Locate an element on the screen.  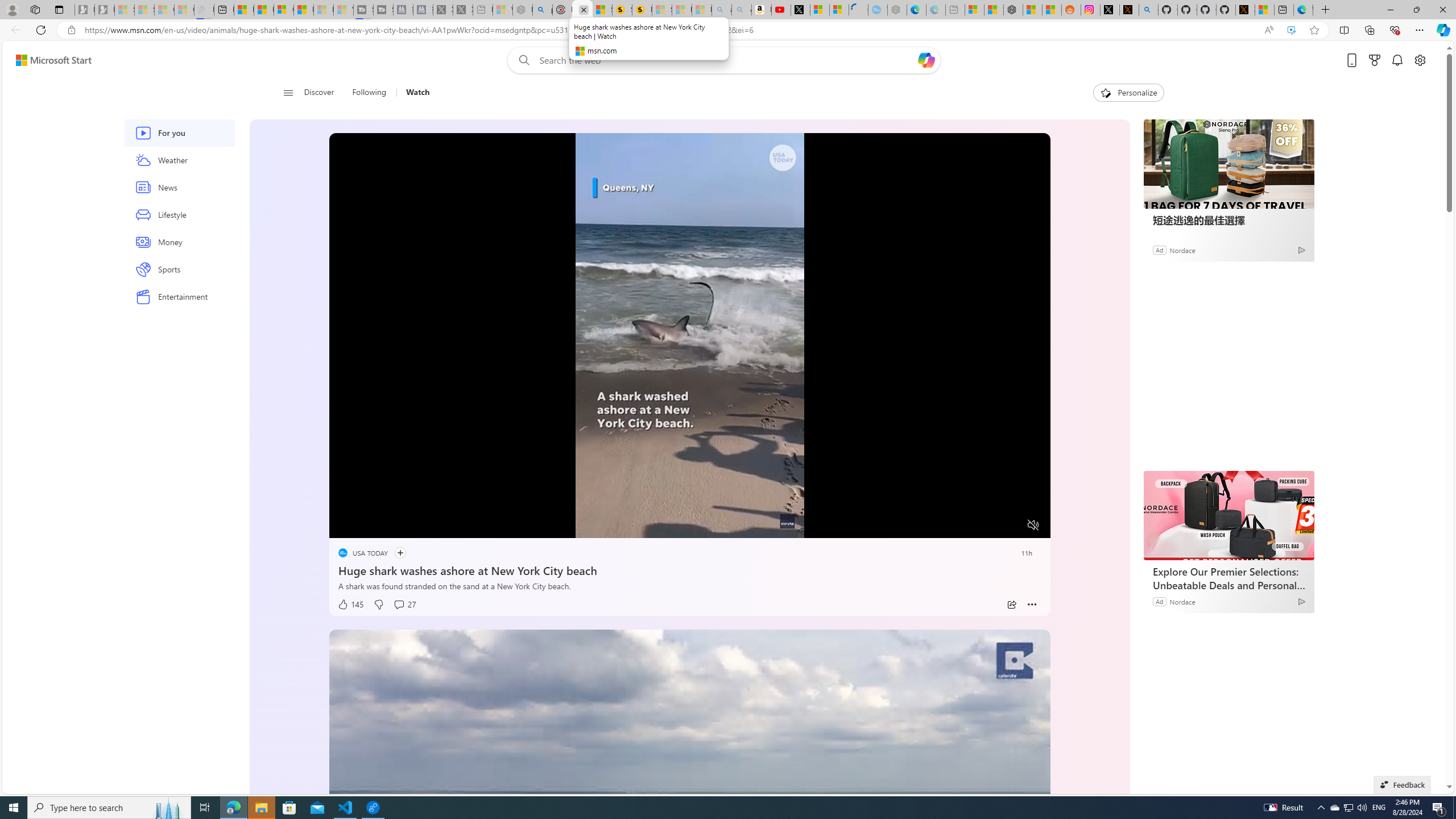
'Nordace - Duffels' is located at coordinates (1013, 9).